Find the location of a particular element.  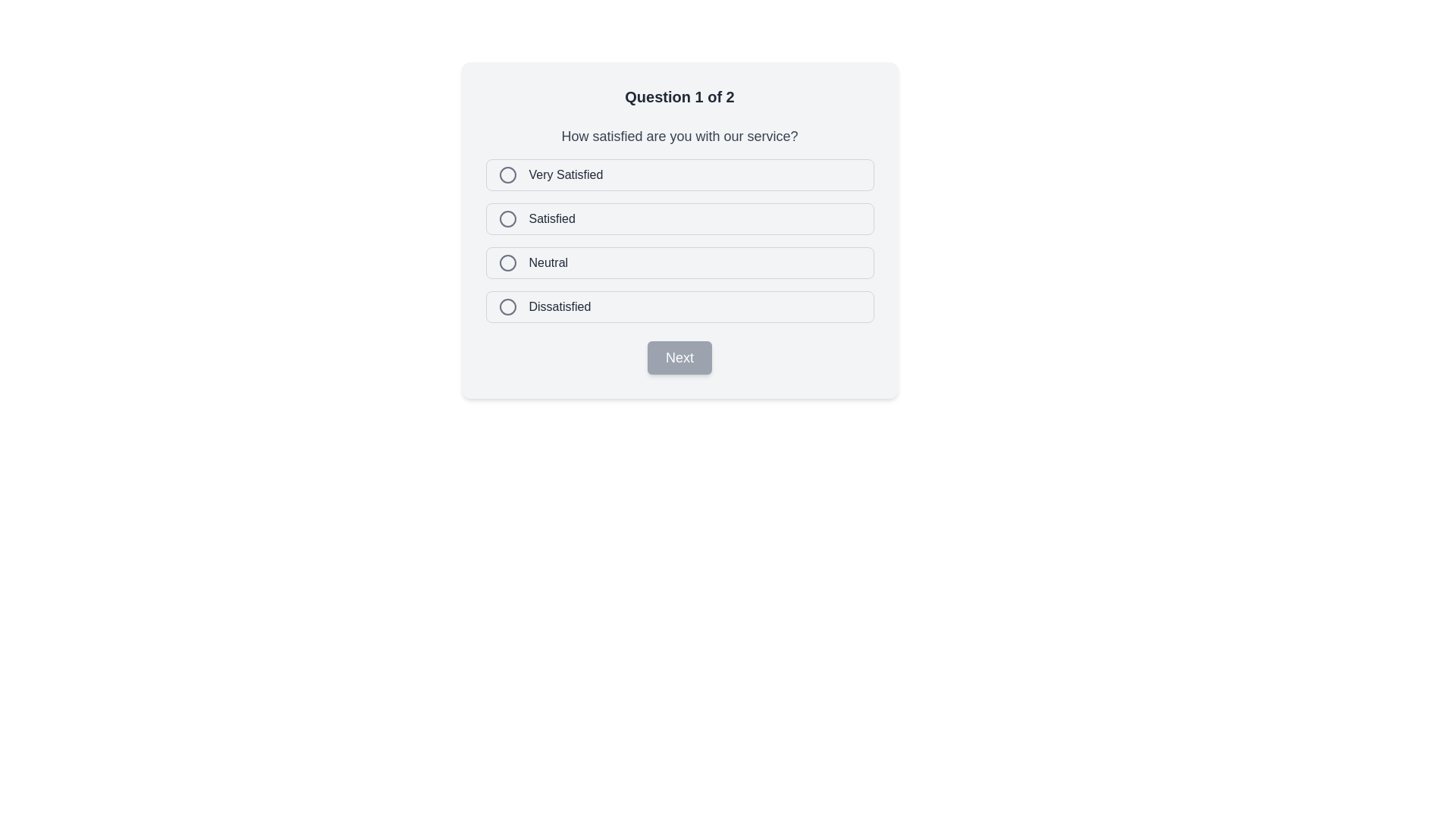

the 'Very Satisfied' text label which is styled in a medium-weight, gray font and located next to the first radio button in the satisfaction levels list is located at coordinates (565, 174).